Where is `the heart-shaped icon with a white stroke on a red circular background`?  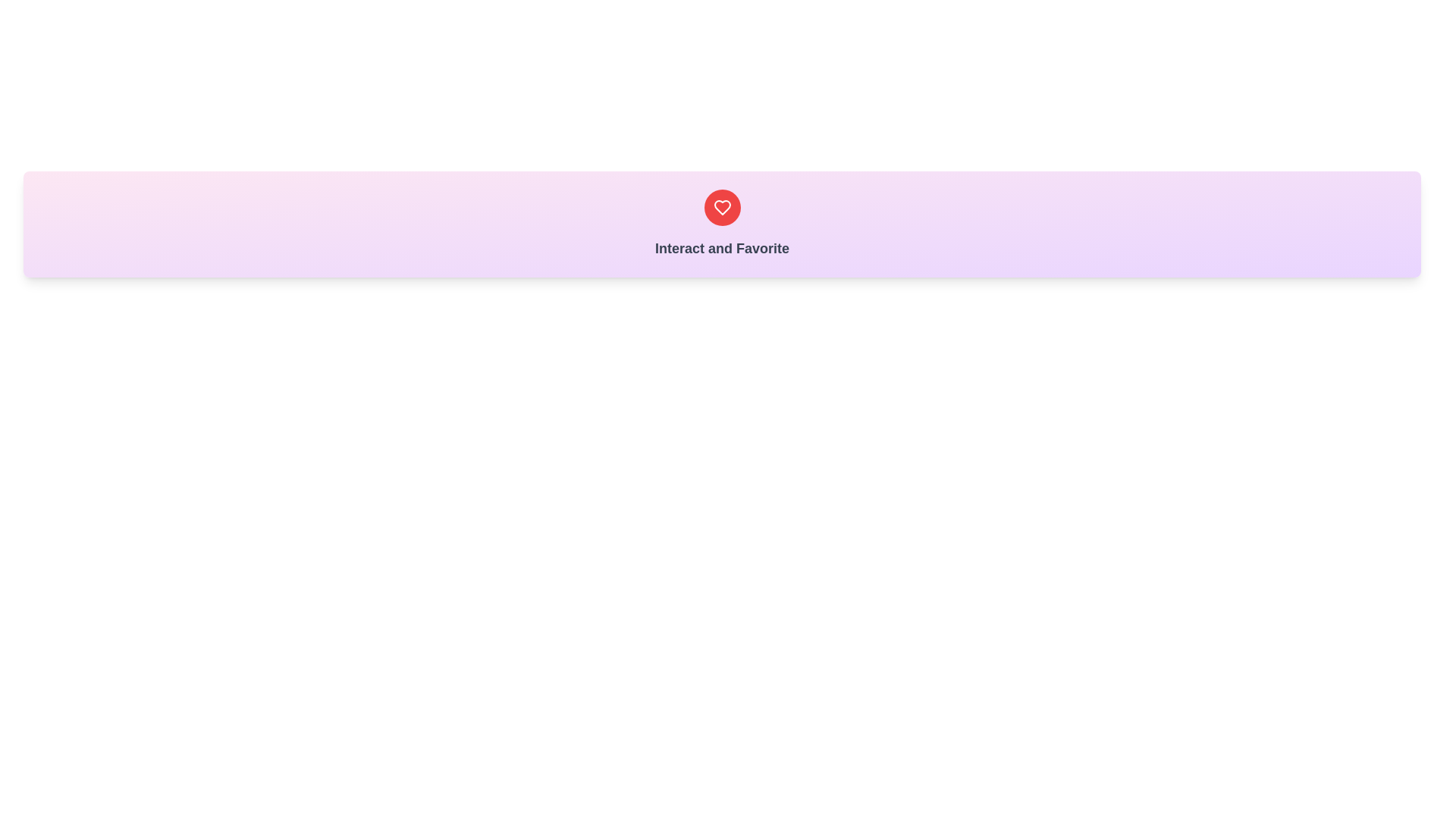 the heart-shaped icon with a white stroke on a red circular background is located at coordinates (721, 207).